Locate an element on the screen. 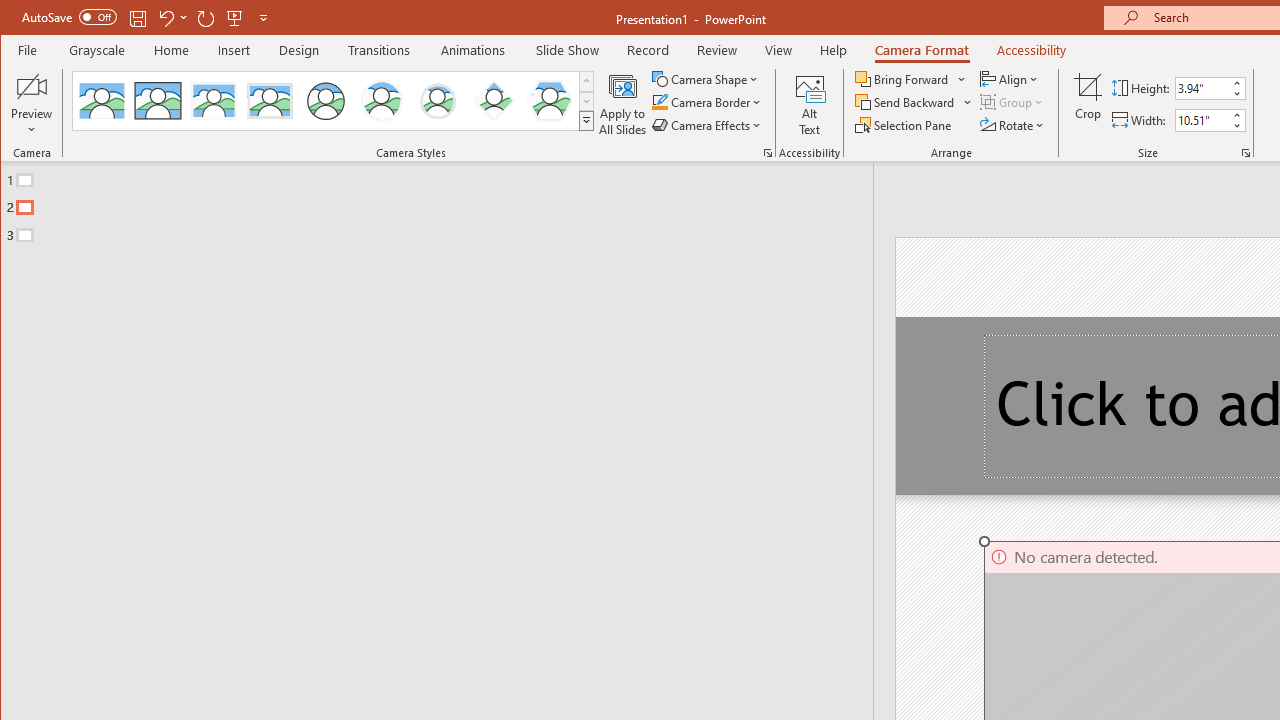 This screenshot has width=1280, height=720. 'Customize Quick Access Toolbar' is located at coordinates (262, 17).